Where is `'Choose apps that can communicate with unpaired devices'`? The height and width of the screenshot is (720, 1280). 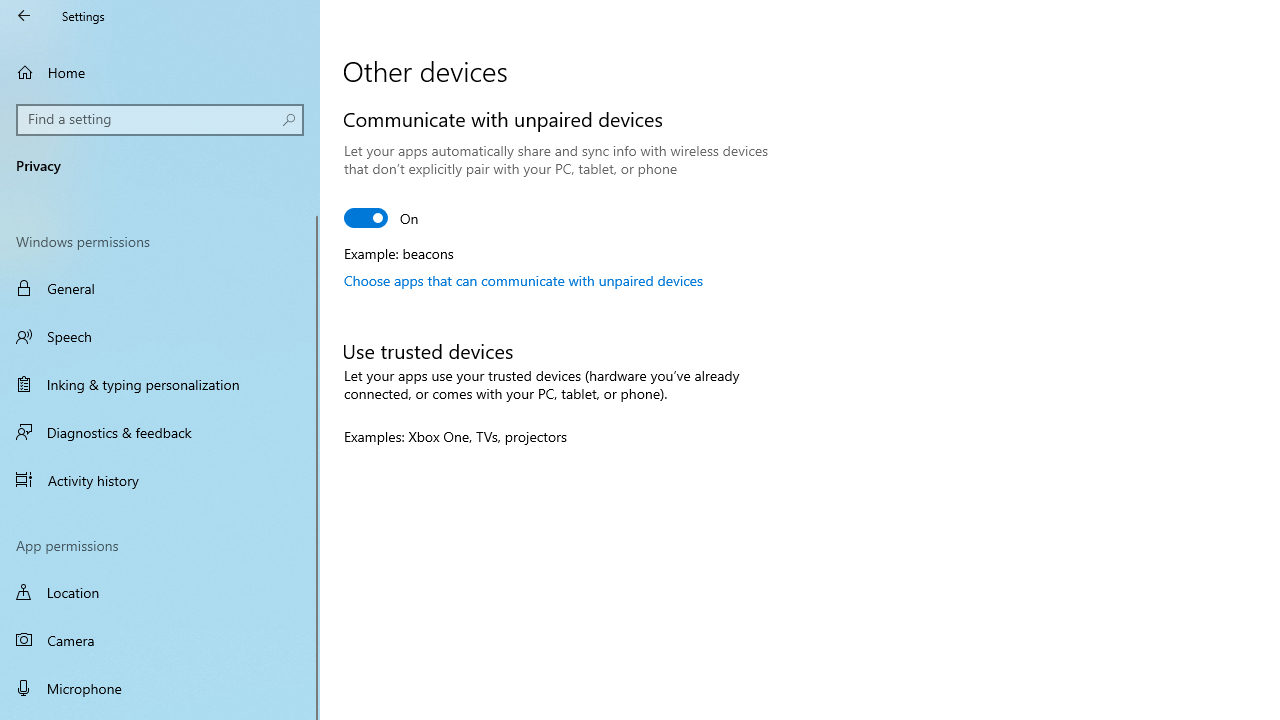
'Choose apps that can communicate with unpaired devices' is located at coordinates (523, 280).